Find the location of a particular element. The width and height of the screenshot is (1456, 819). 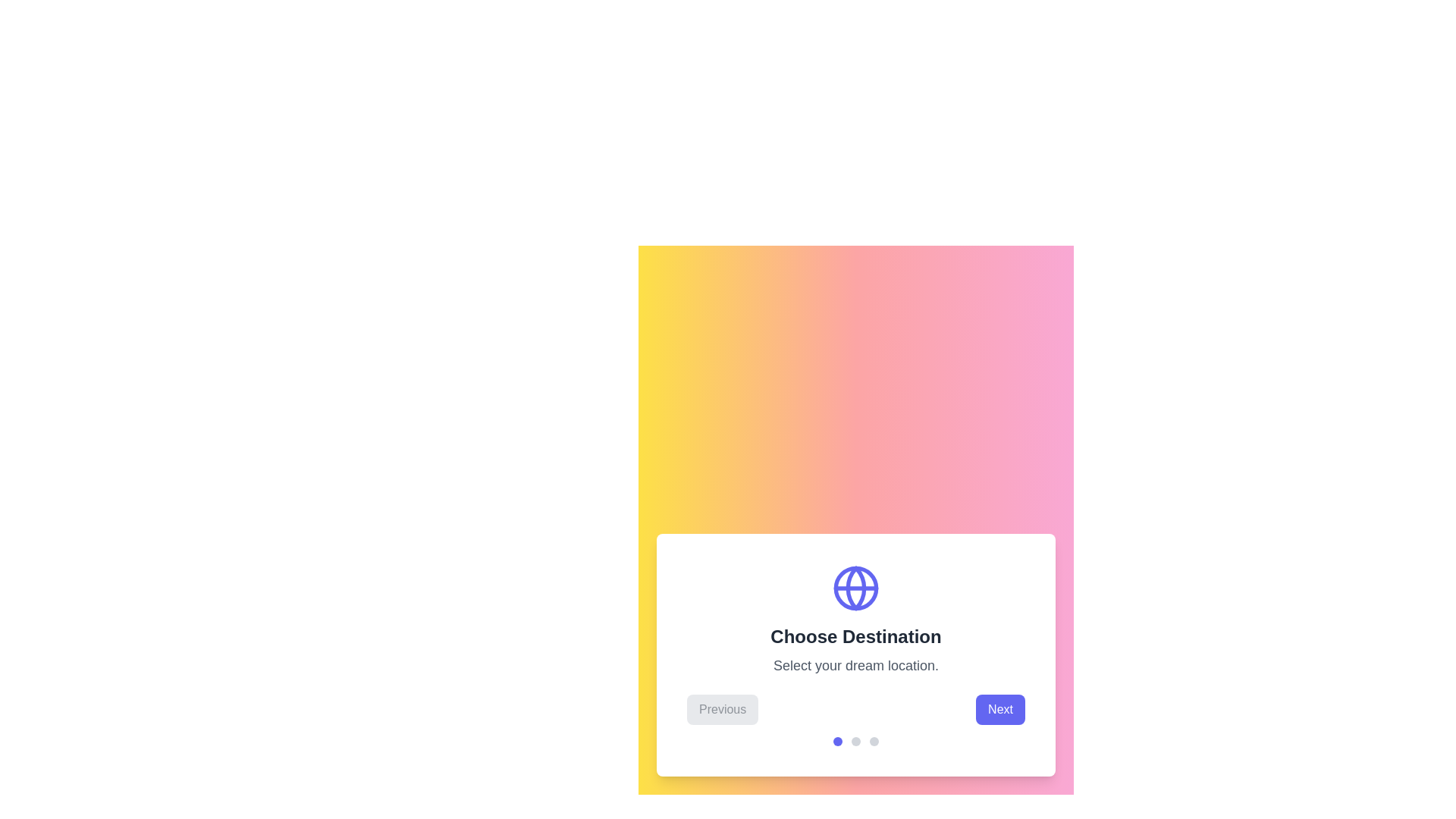

the 'Next' button to navigate to the next step is located at coordinates (1000, 710).